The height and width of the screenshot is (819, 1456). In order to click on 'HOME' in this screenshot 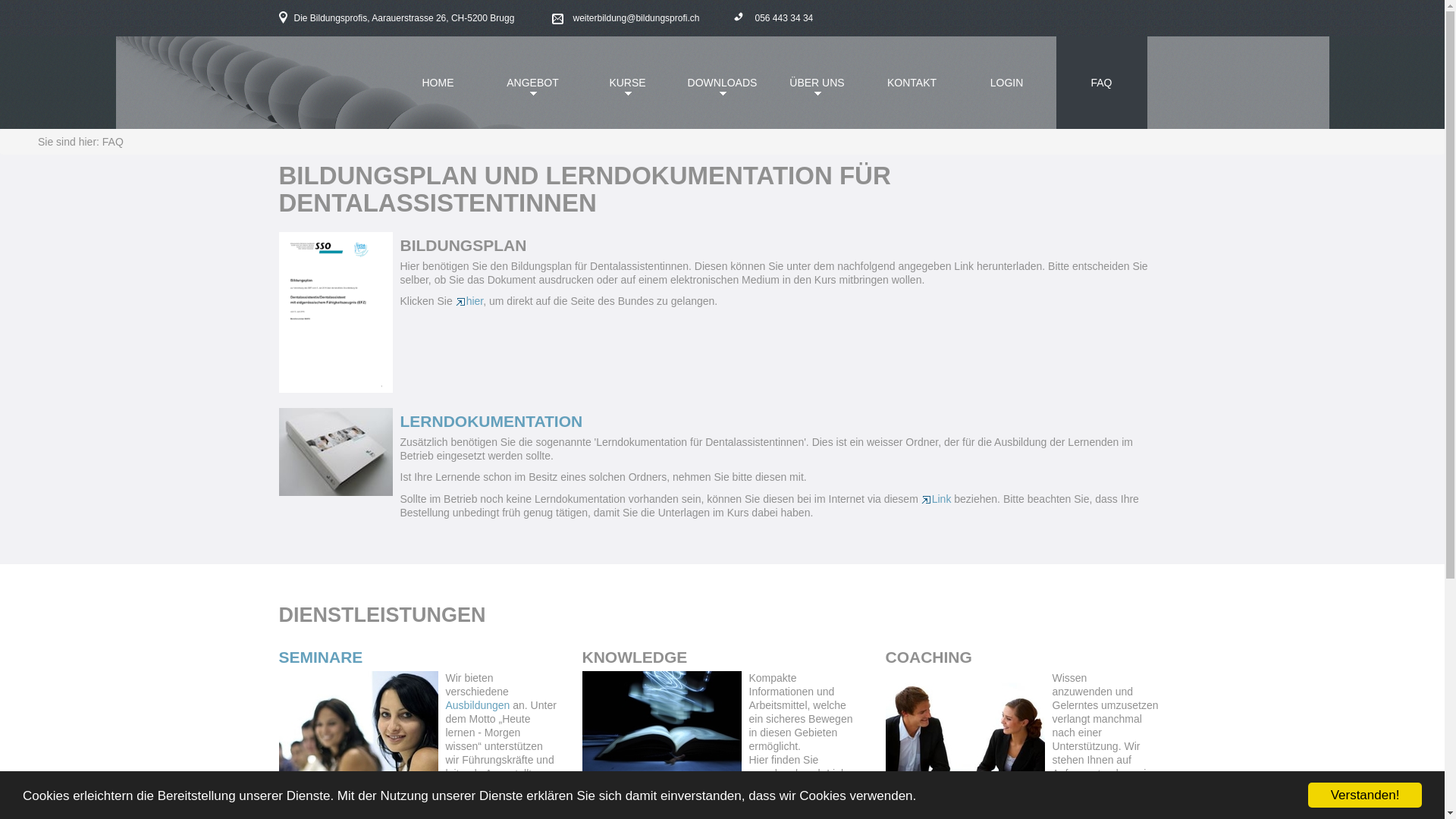, I will do `click(393, 82)`.